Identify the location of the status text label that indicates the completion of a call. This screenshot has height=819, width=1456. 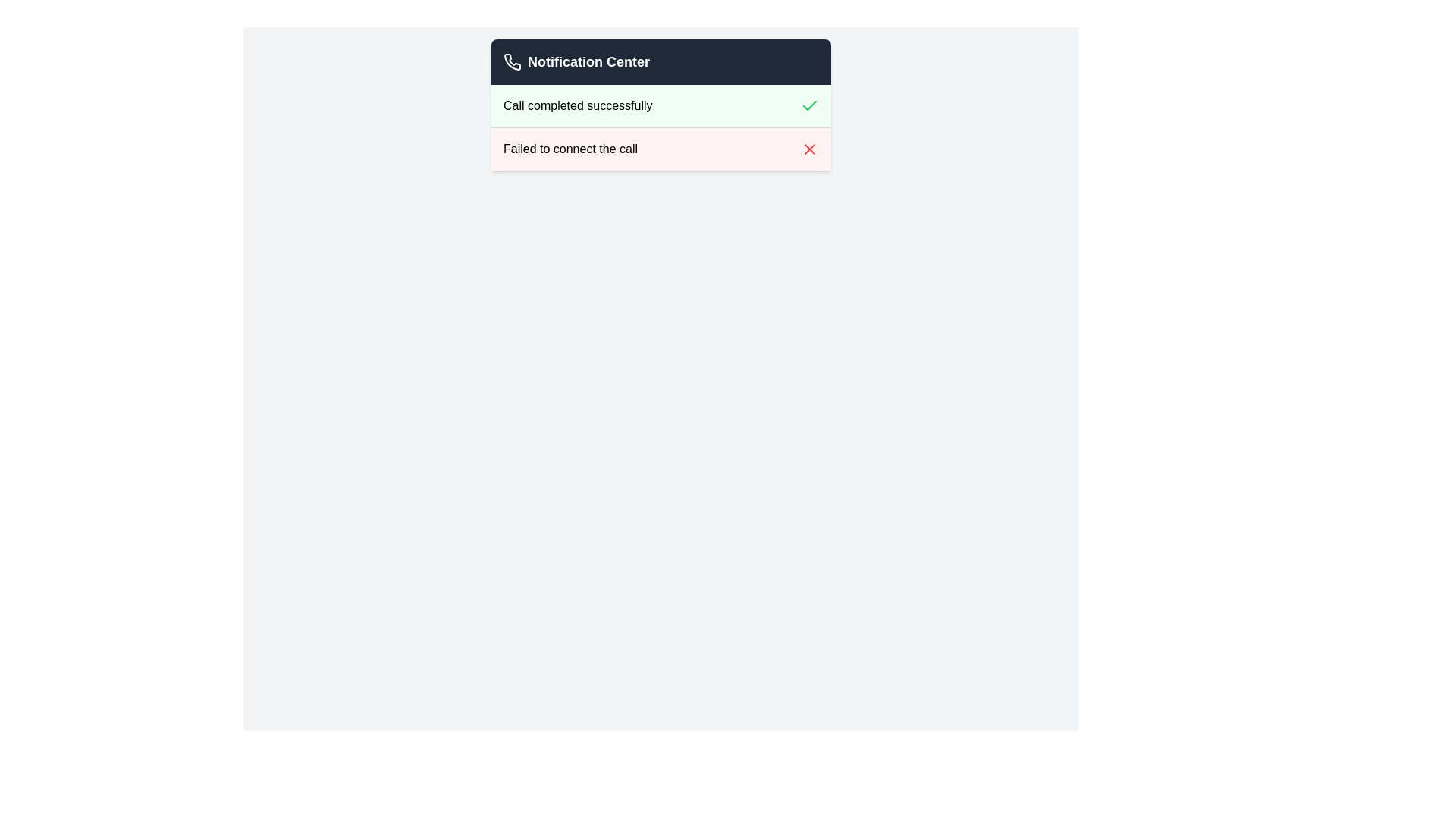
(577, 105).